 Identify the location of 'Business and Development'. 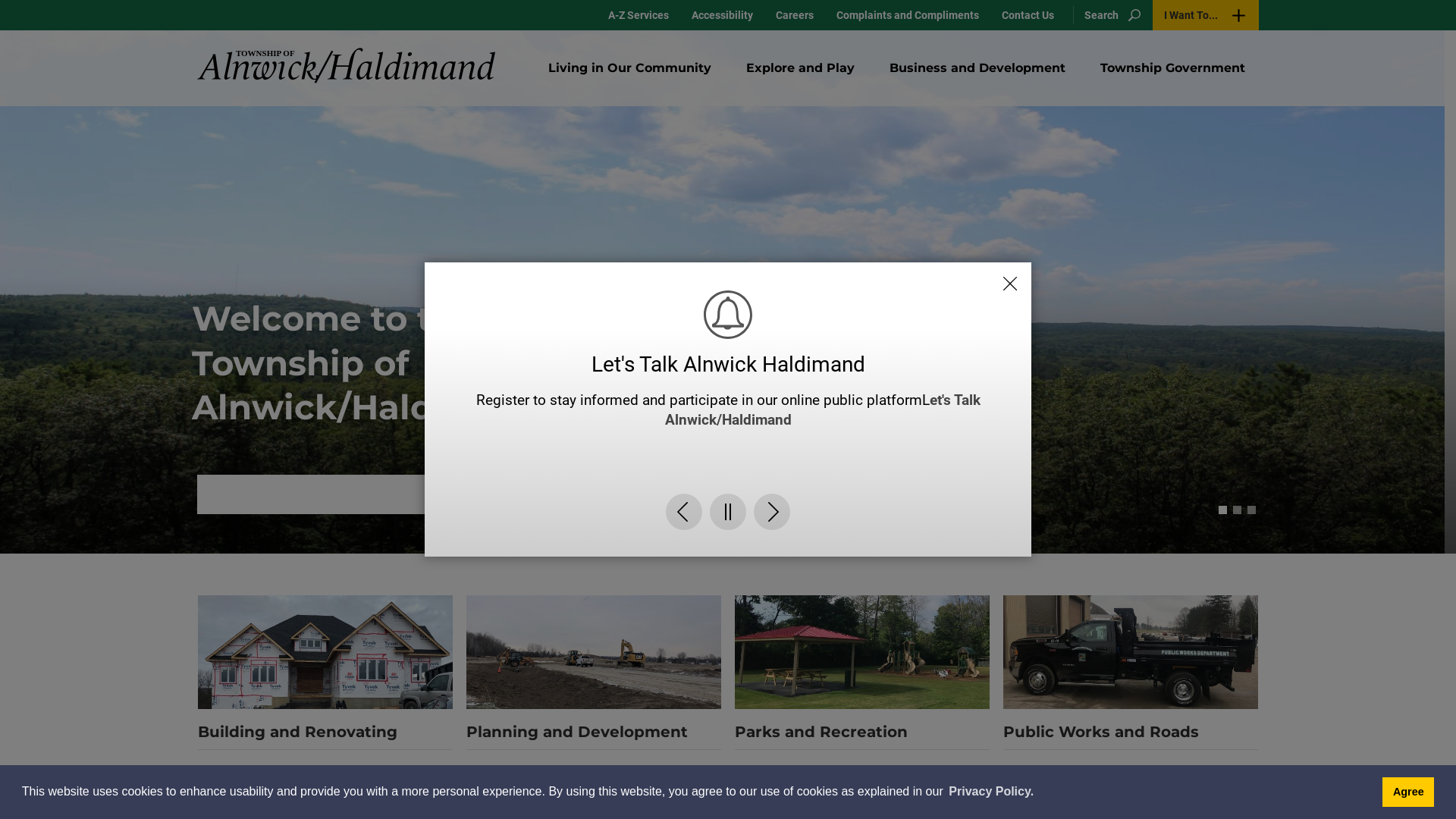
(977, 67).